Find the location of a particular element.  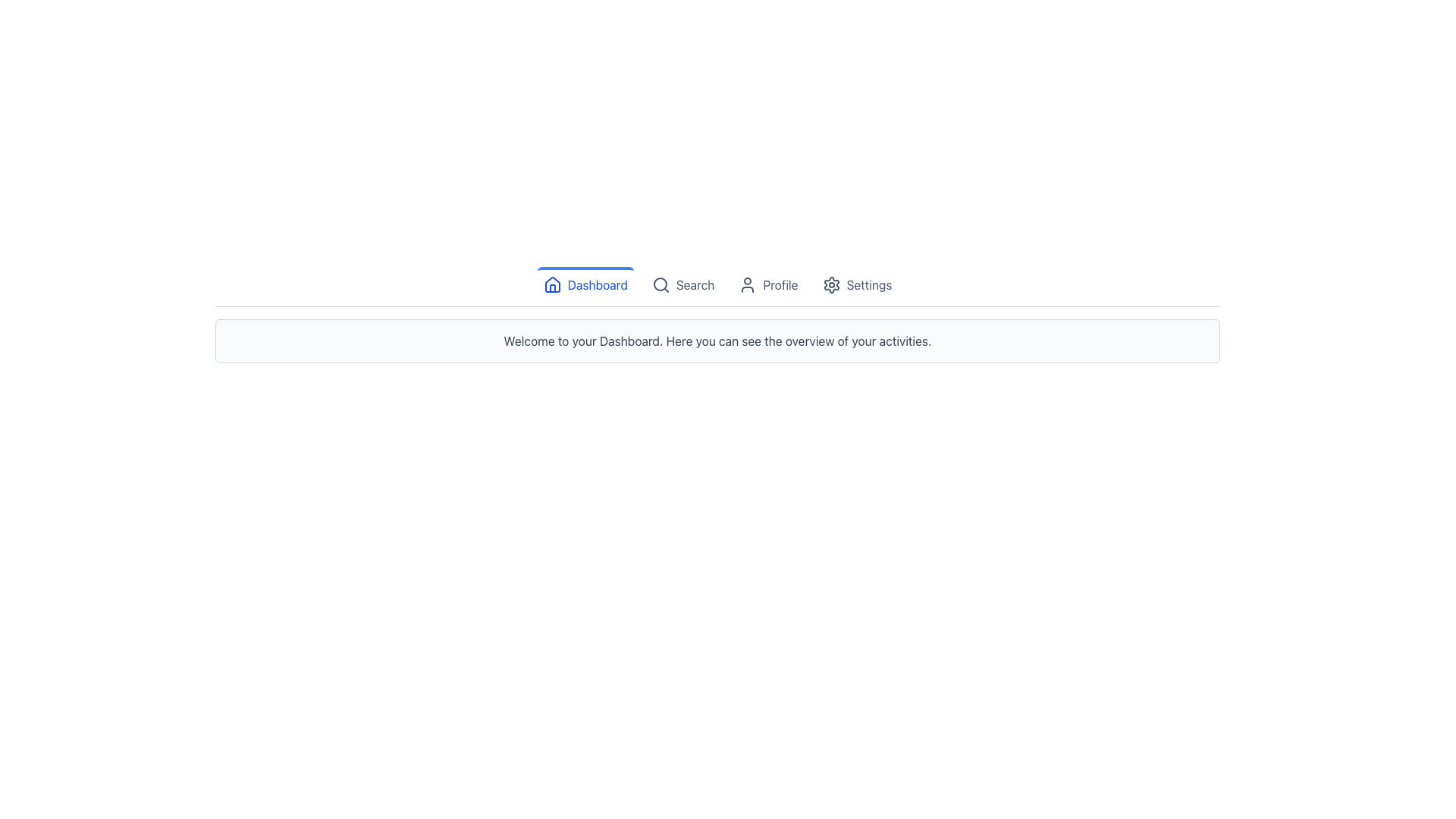

'Search' label located near the center-right of the header section in the navigation toolbar is located at coordinates (694, 284).